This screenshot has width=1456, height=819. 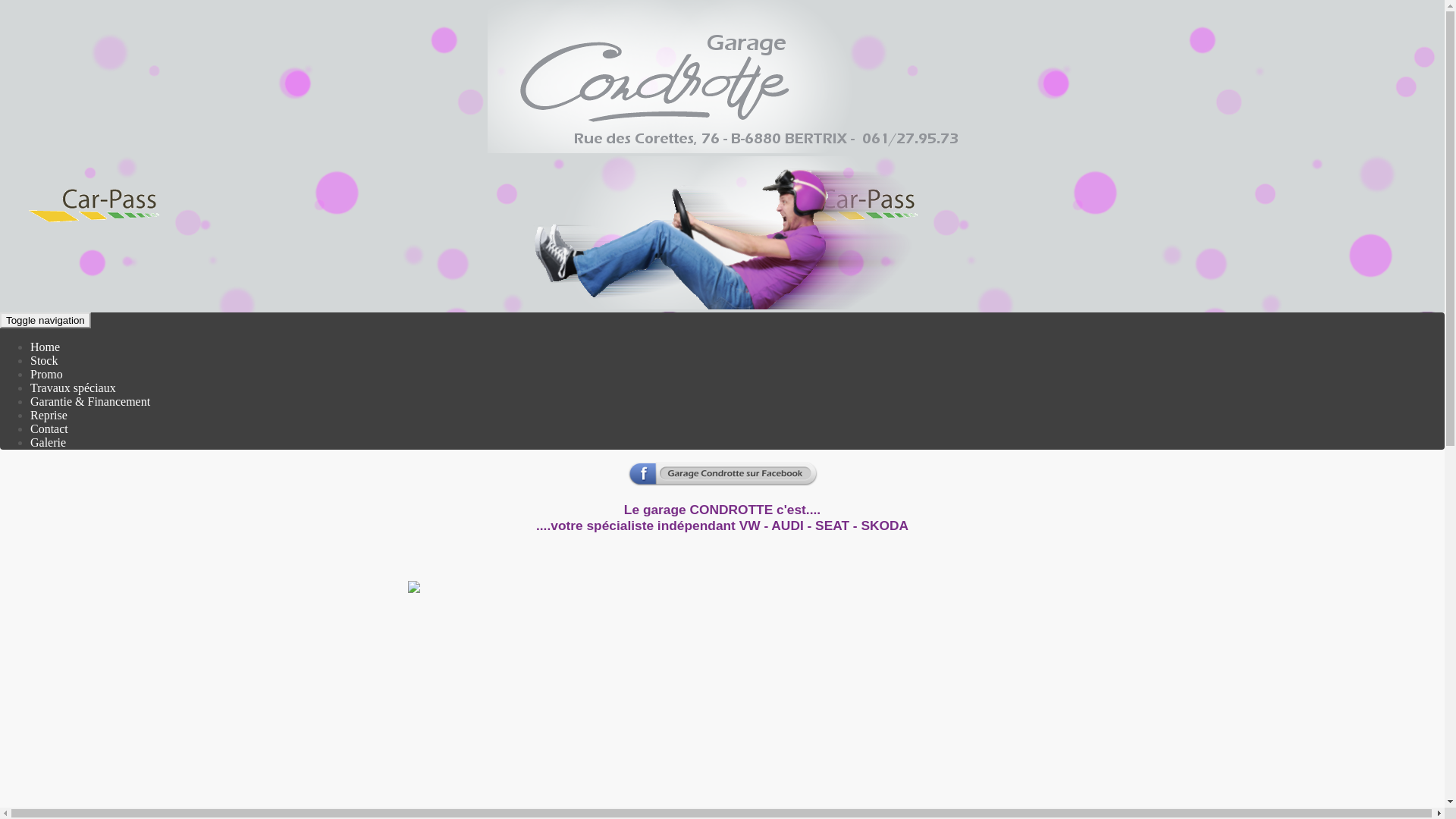 I want to click on 'Contact', so click(x=49, y=428).